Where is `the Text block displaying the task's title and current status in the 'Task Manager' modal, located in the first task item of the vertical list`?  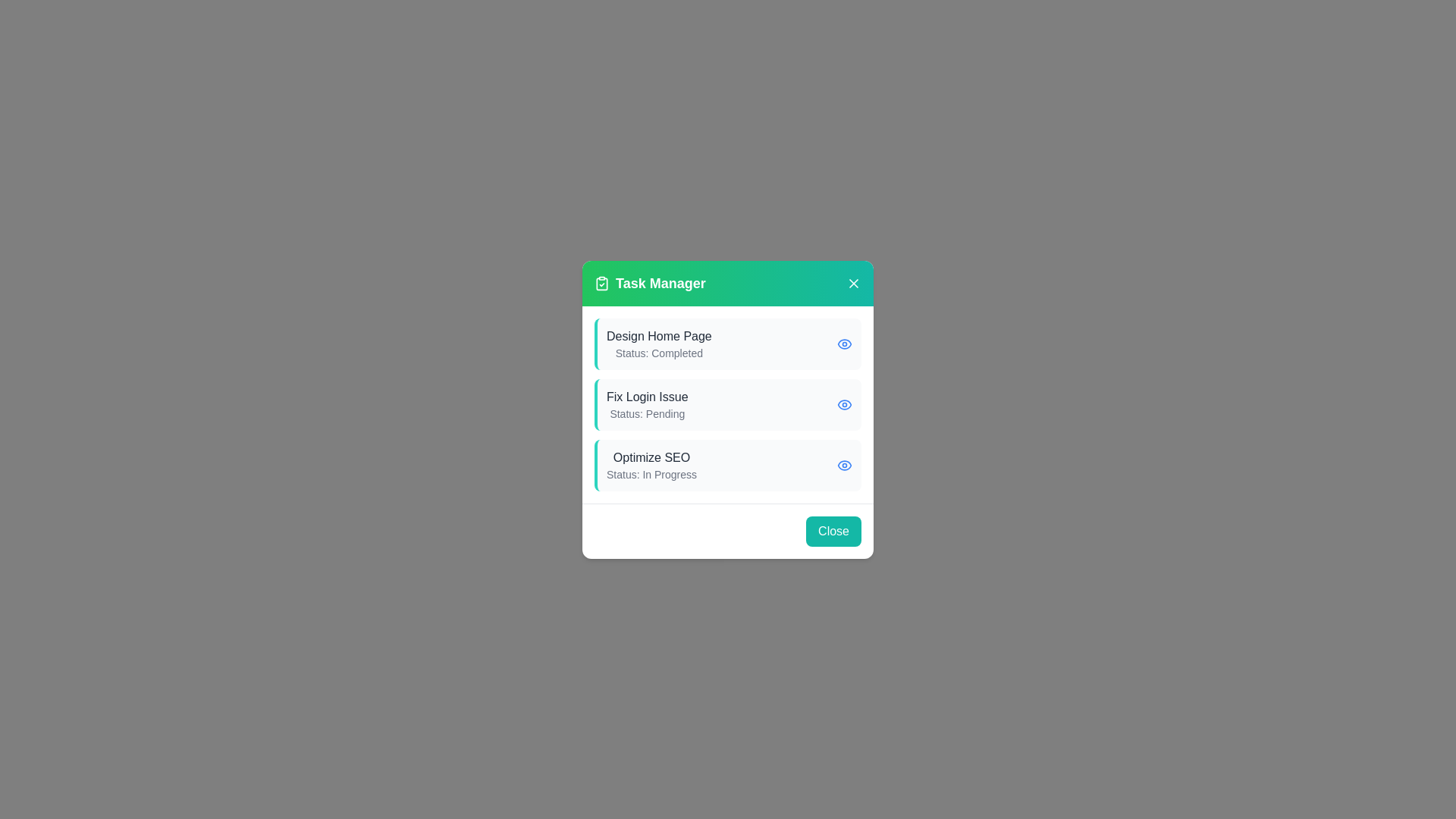
the Text block displaying the task's title and current status in the 'Task Manager' modal, located in the first task item of the vertical list is located at coordinates (659, 344).